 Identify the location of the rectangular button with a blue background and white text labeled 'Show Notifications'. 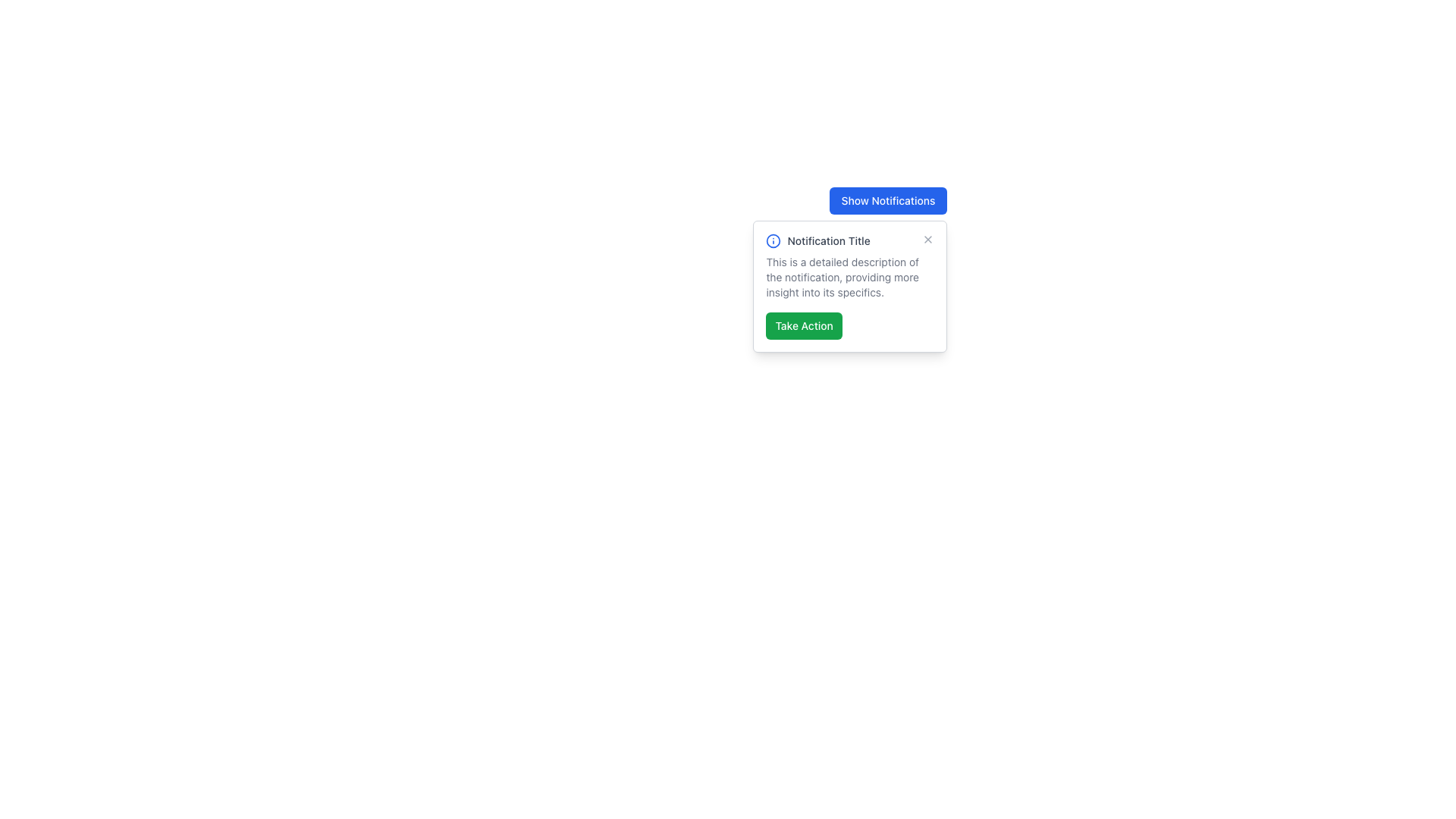
(888, 200).